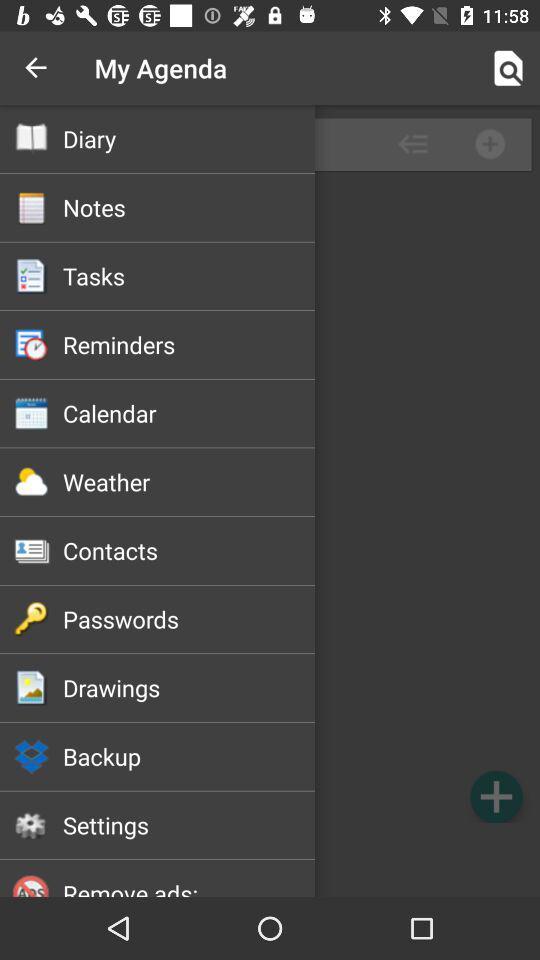 The image size is (540, 960). What do you see at coordinates (189, 618) in the screenshot?
I see `passwords item` at bounding box center [189, 618].